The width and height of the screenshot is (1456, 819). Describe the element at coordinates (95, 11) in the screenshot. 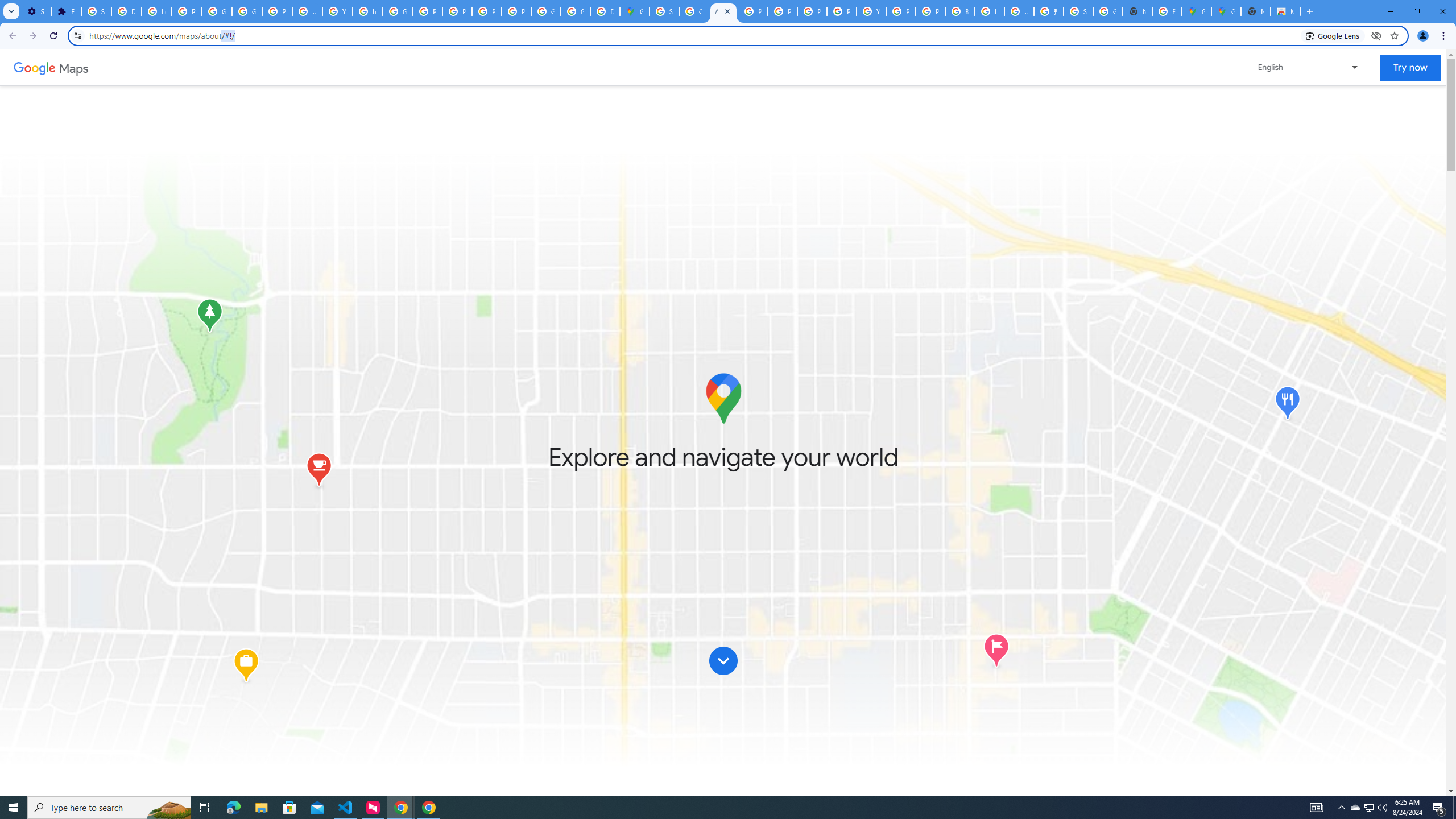

I see `'Sign in - Google Accounts'` at that location.